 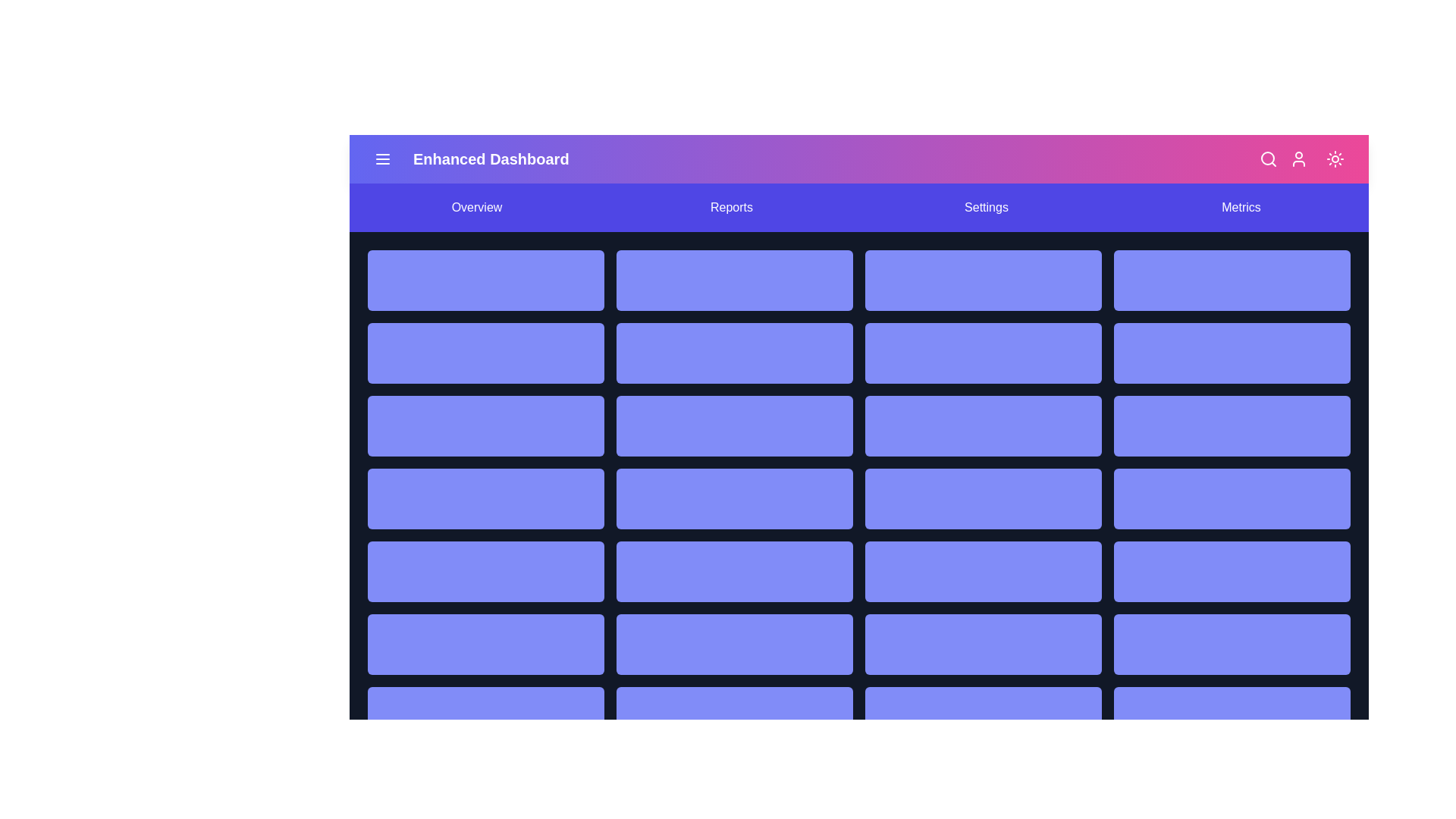 I want to click on the search icon to activate the search functionality, so click(x=1269, y=158).